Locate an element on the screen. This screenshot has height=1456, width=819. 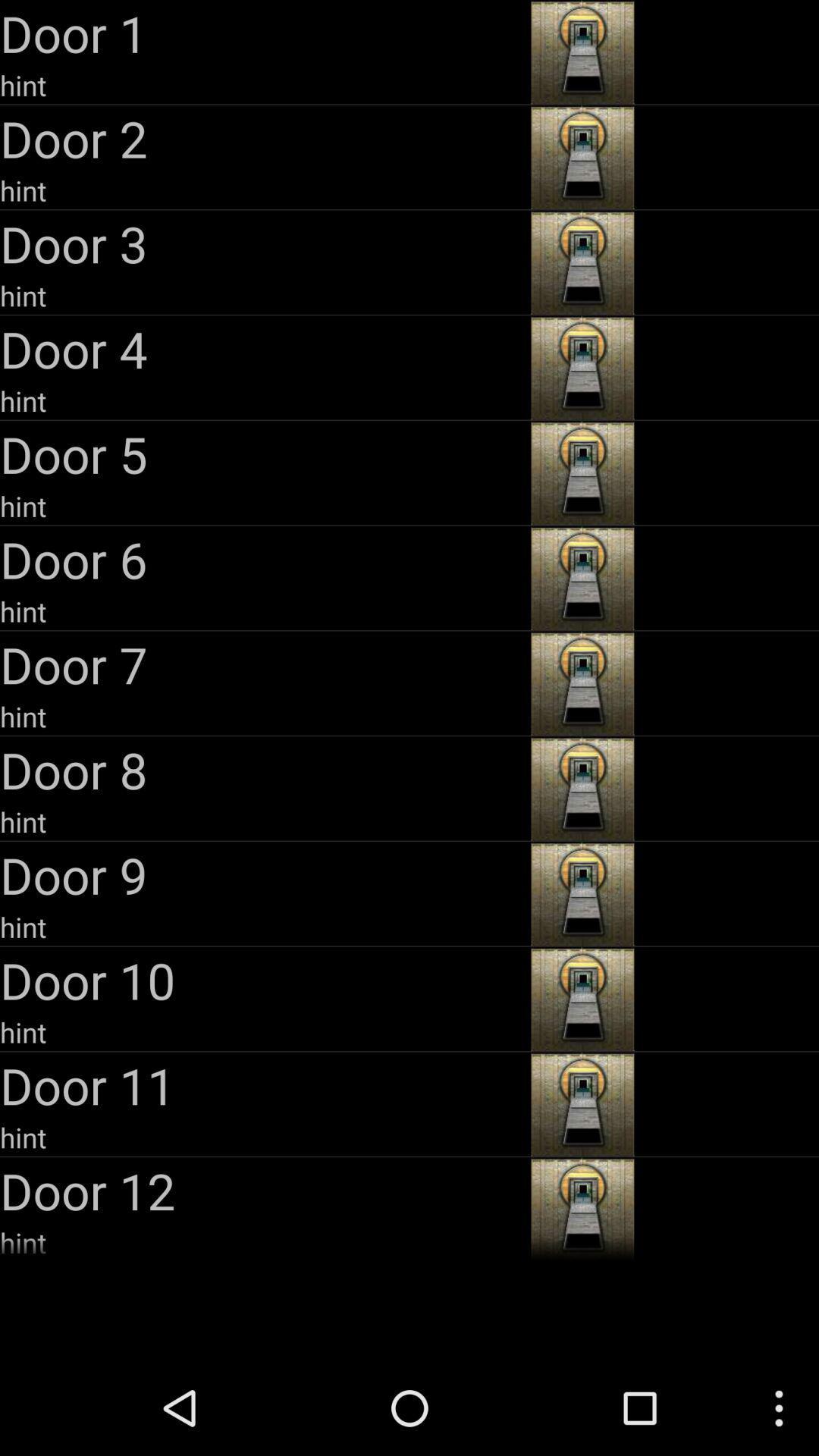
item below the hint icon is located at coordinates (262, 874).